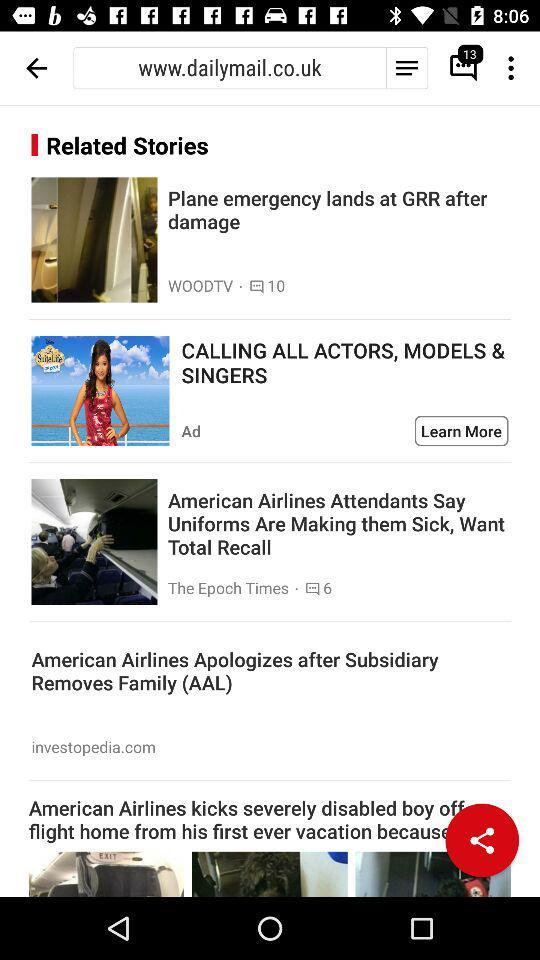  What do you see at coordinates (99, 390) in the screenshot?
I see `open advertisement` at bounding box center [99, 390].